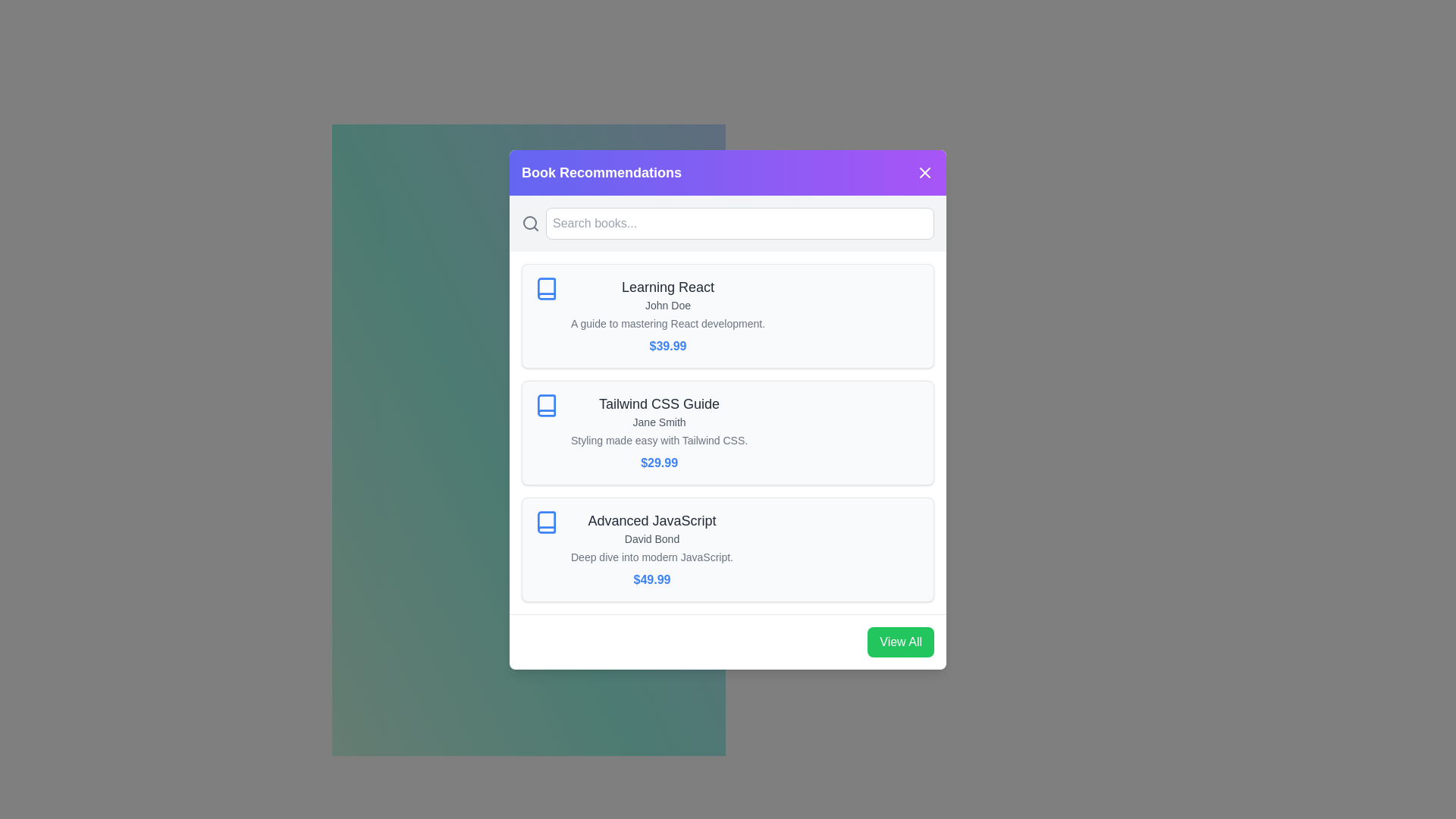 The image size is (1456, 819). What do you see at coordinates (667, 287) in the screenshot?
I see `the text label displaying 'Learning React' in the first recommendation card under 'Book Recommendations'` at bounding box center [667, 287].